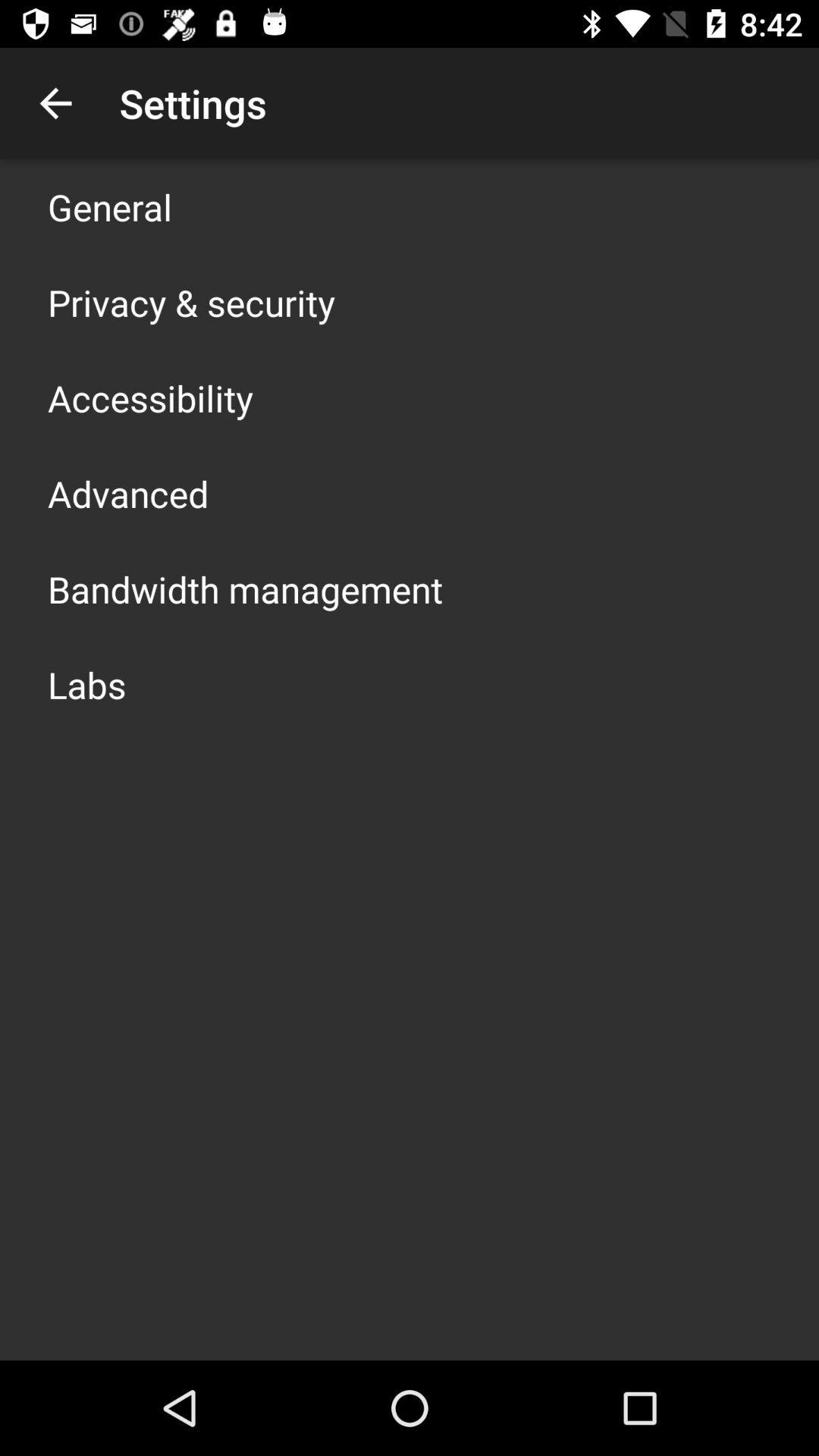 Image resolution: width=819 pixels, height=1456 pixels. What do you see at coordinates (150, 397) in the screenshot?
I see `item above advanced app` at bounding box center [150, 397].